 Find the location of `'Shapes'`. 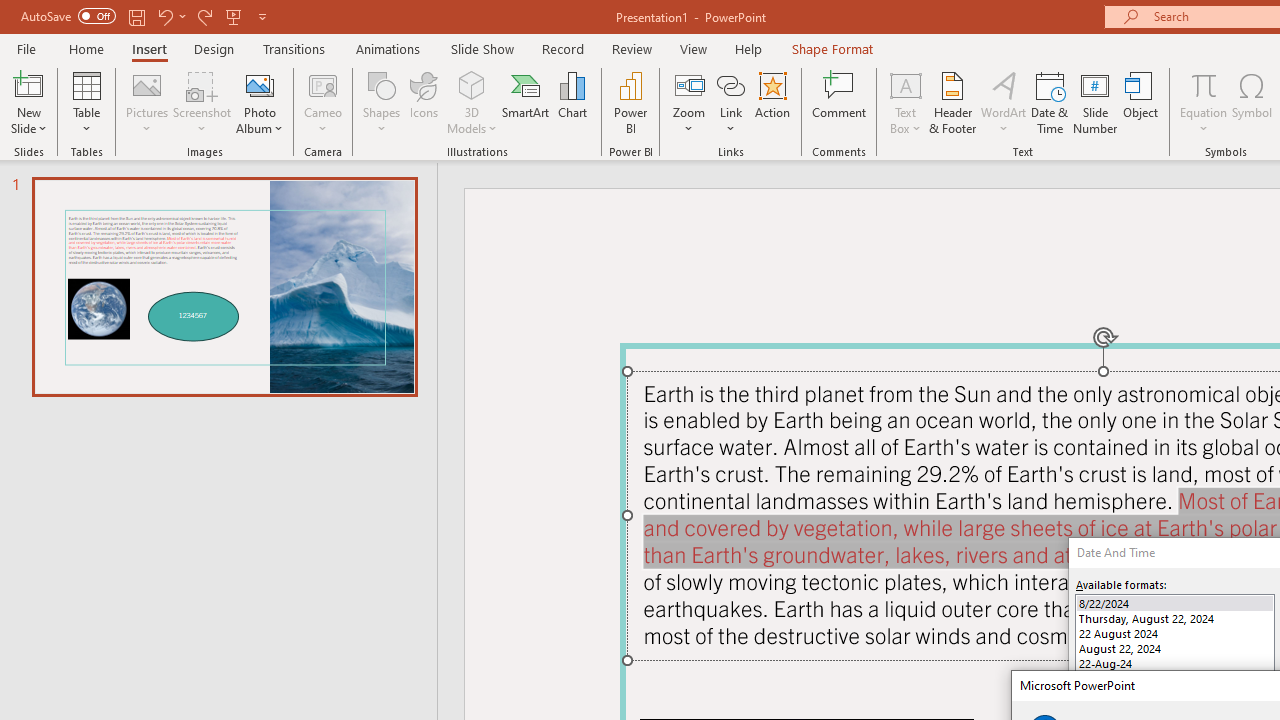

'Shapes' is located at coordinates (382, 103).